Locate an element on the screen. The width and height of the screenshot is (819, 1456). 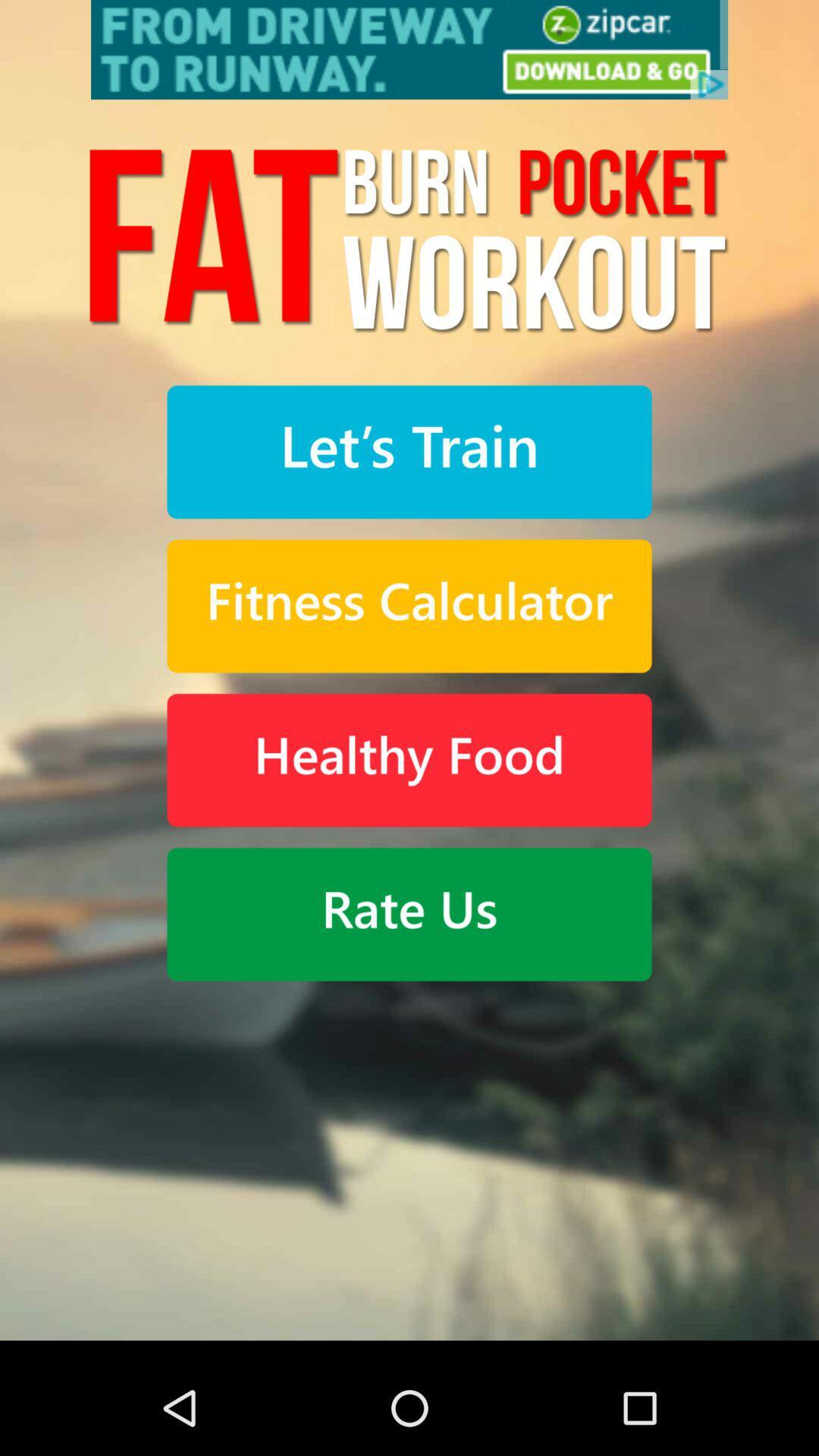
calculator is located at coordinates (409, 605).